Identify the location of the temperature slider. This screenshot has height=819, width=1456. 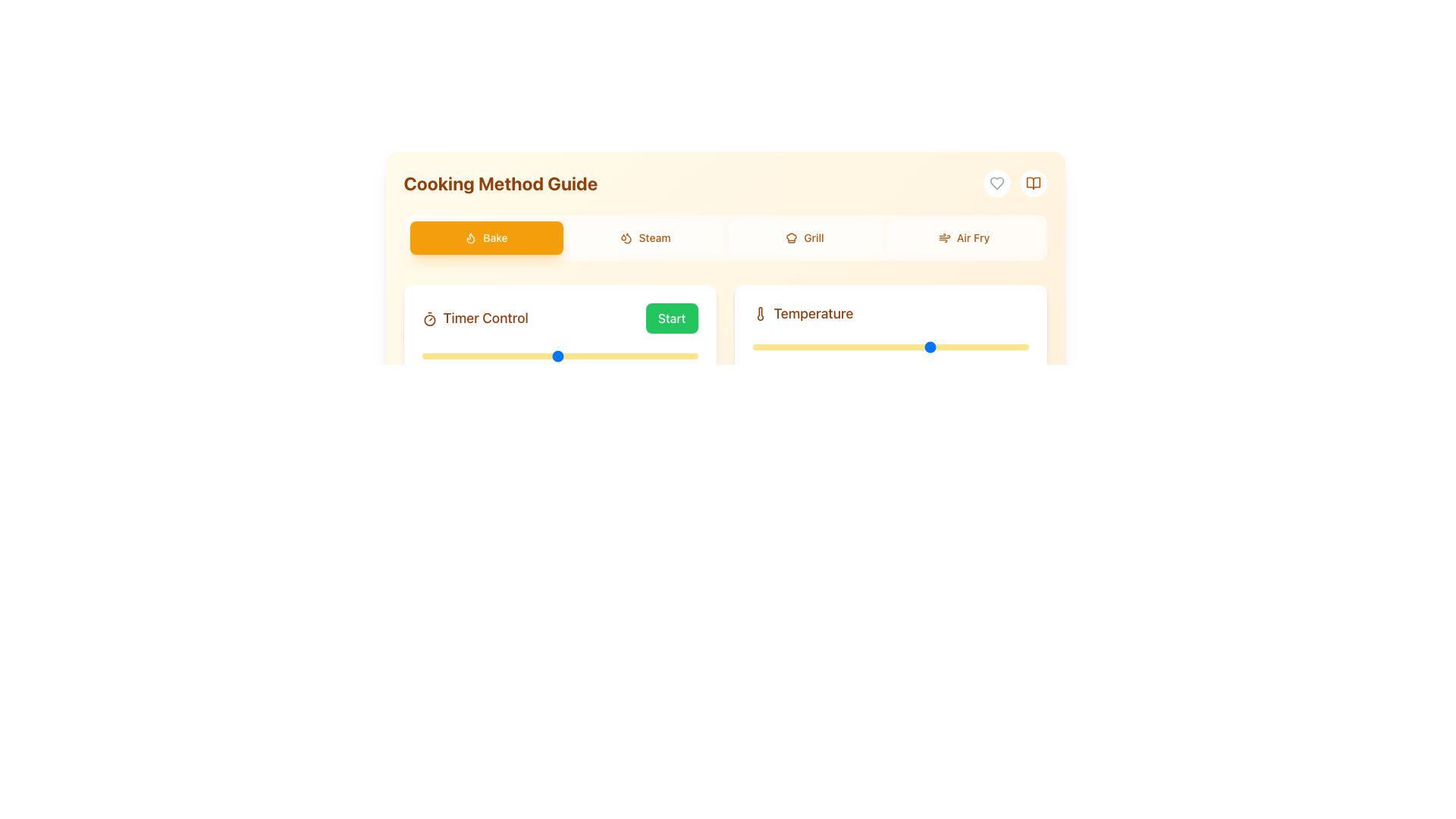
(998, 347).